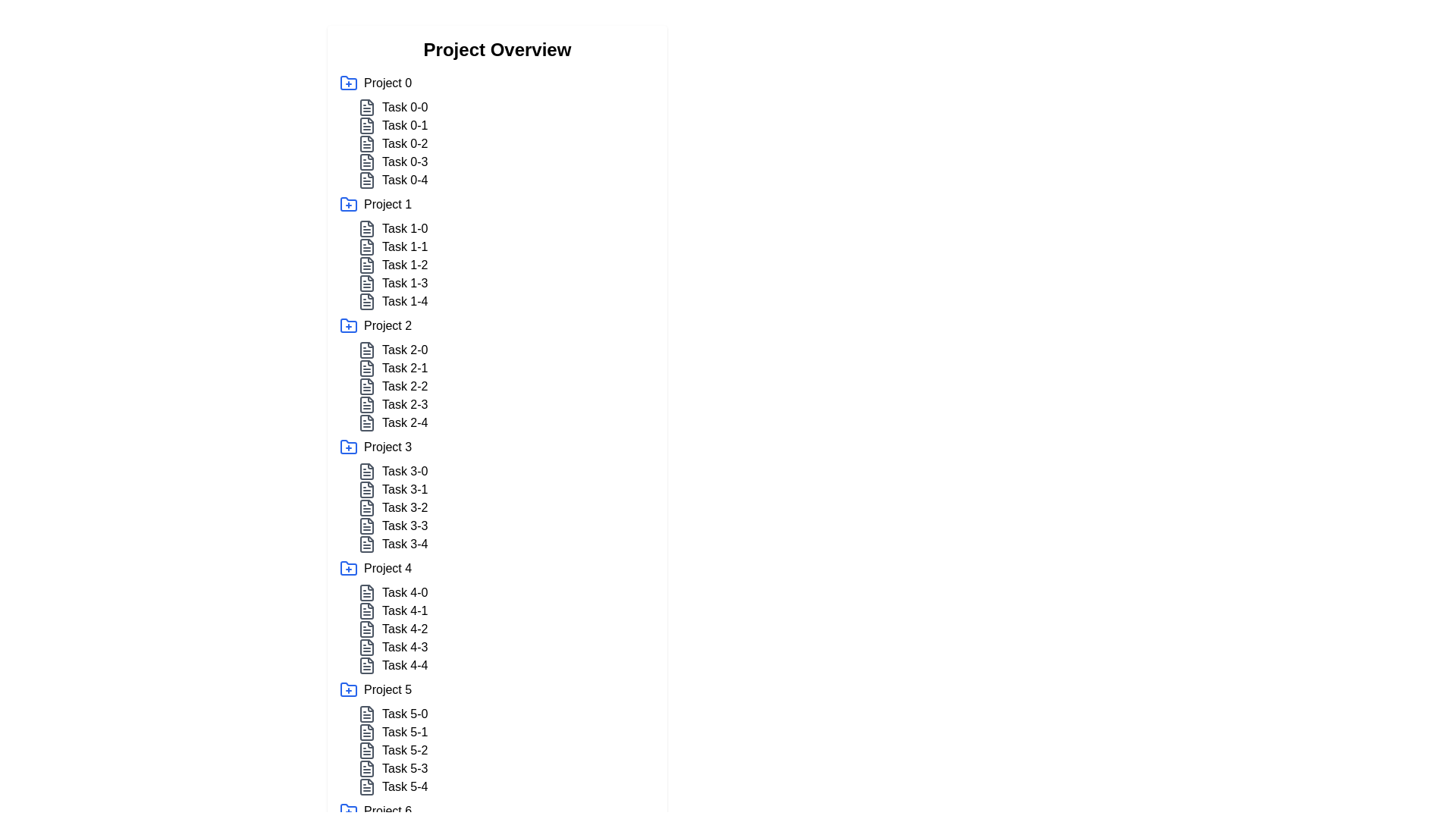 The height and width of the screenshot is (819, 1456). I want to click on the blue folder icon with a plus sign located to the left of 'Project 1', so click(348, 205).